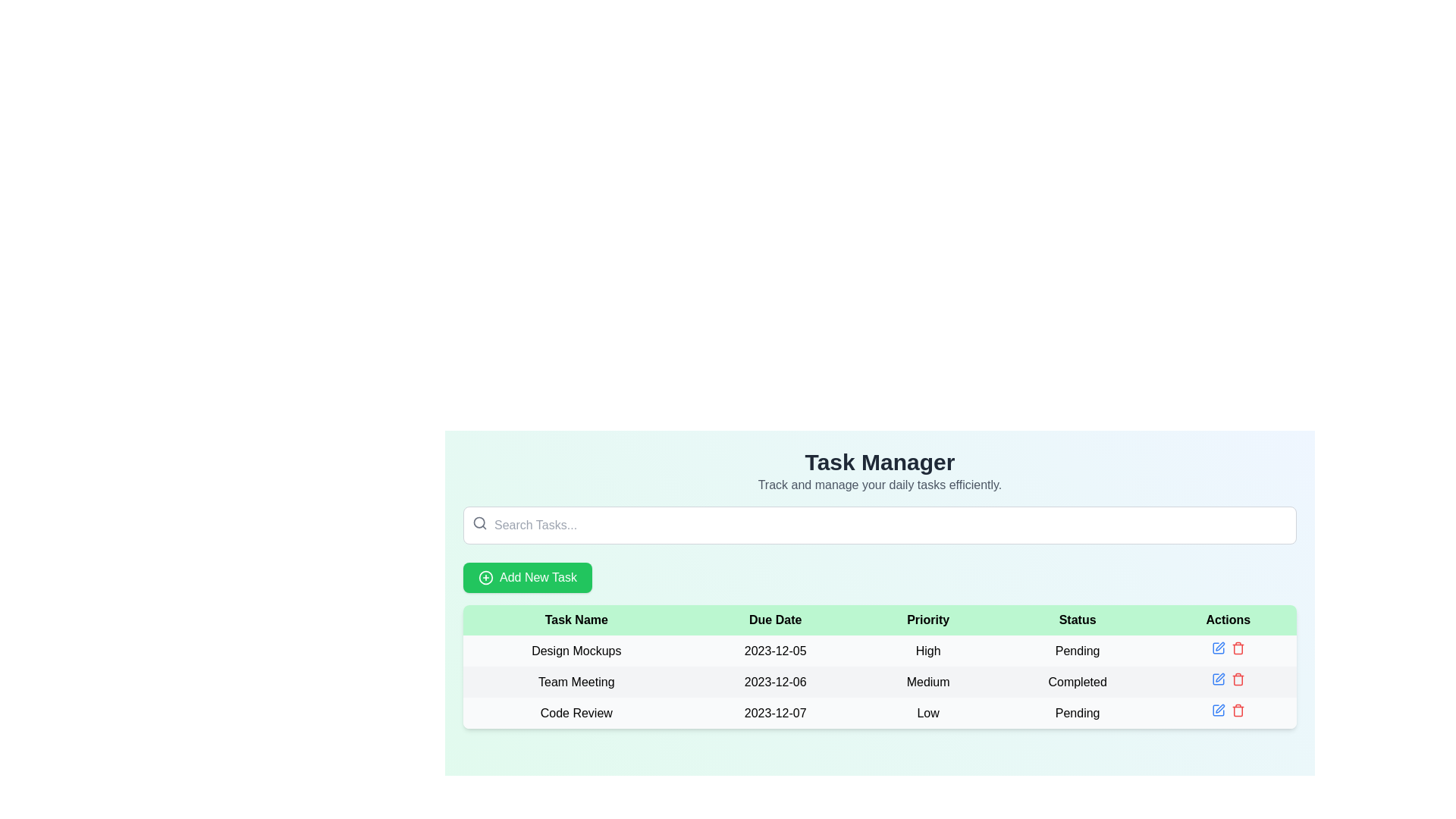  Describe the element at coordinates (1220, 708) in the screenshot. I see `the Graphic Icon in the 'Actions' column of the last row of the table, located next to the 'Delete' icon for the 'Code Review' task` at that location.